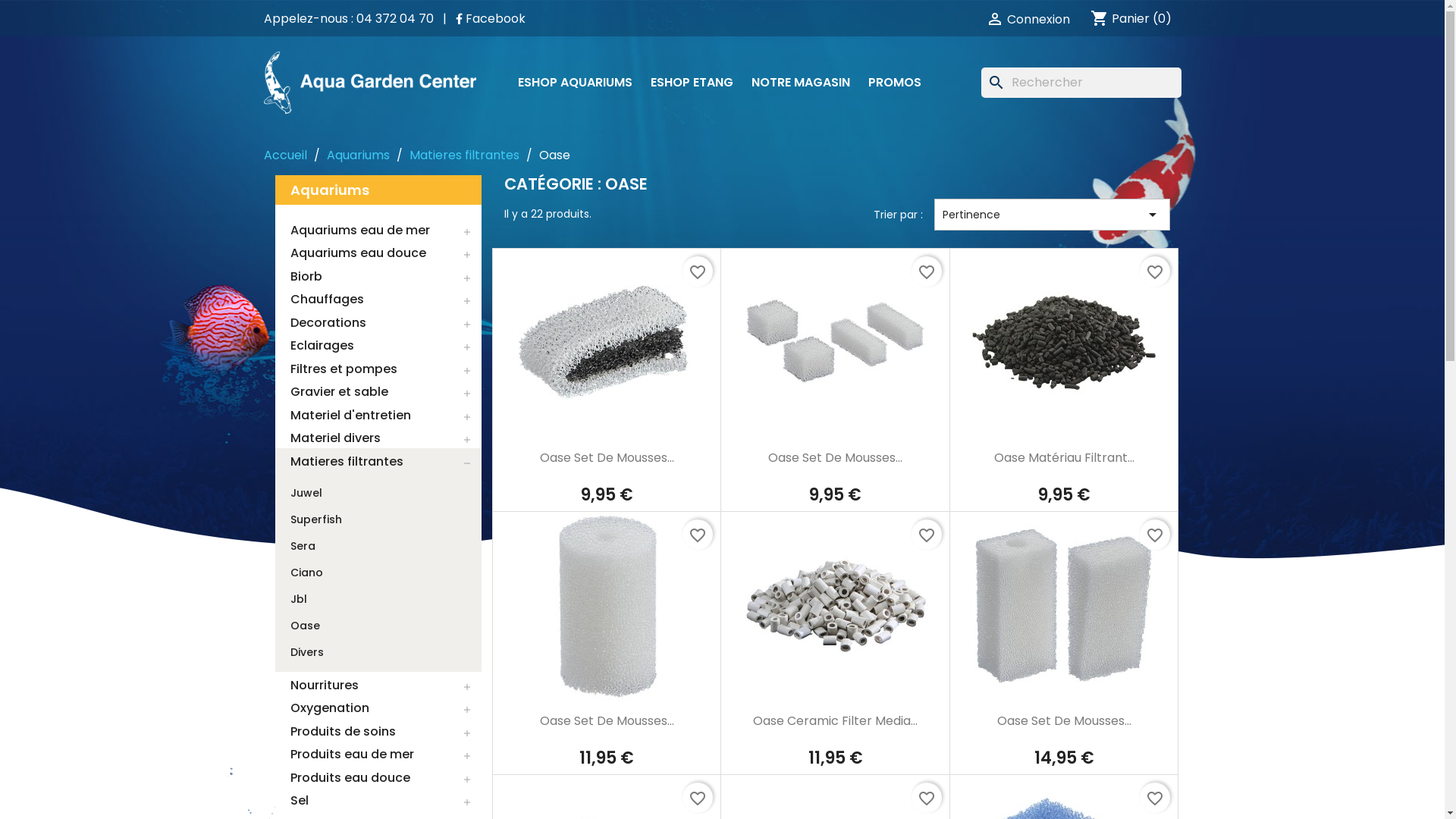 The height and width of the screenshot is (819, 1456). What do you see at coordinates (691, 82) in the screenshot?
I see `'ESHOP ETANG'` at bounding box center [691, 82].